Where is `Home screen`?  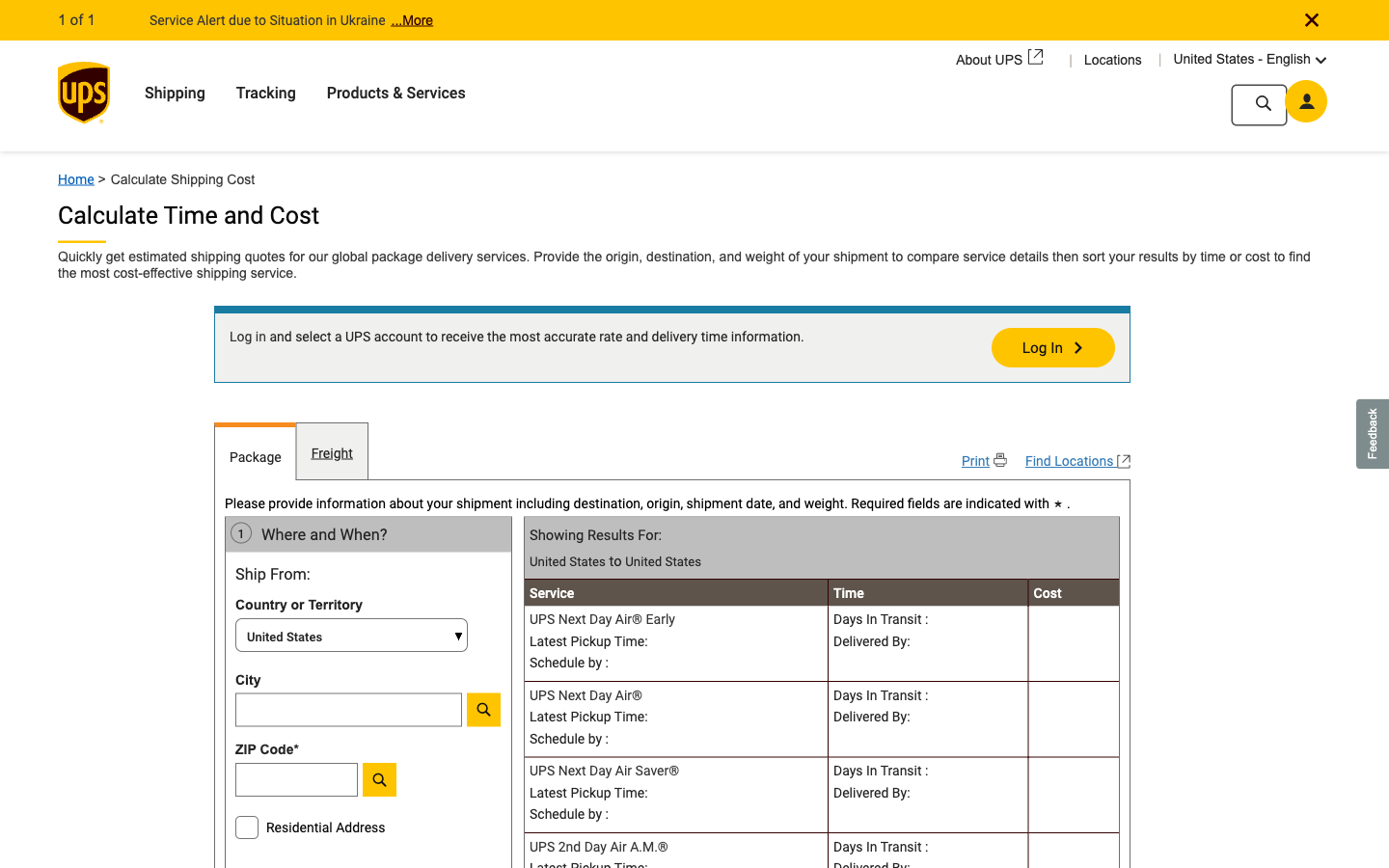
Home screen is located at coordinates (83, 173).